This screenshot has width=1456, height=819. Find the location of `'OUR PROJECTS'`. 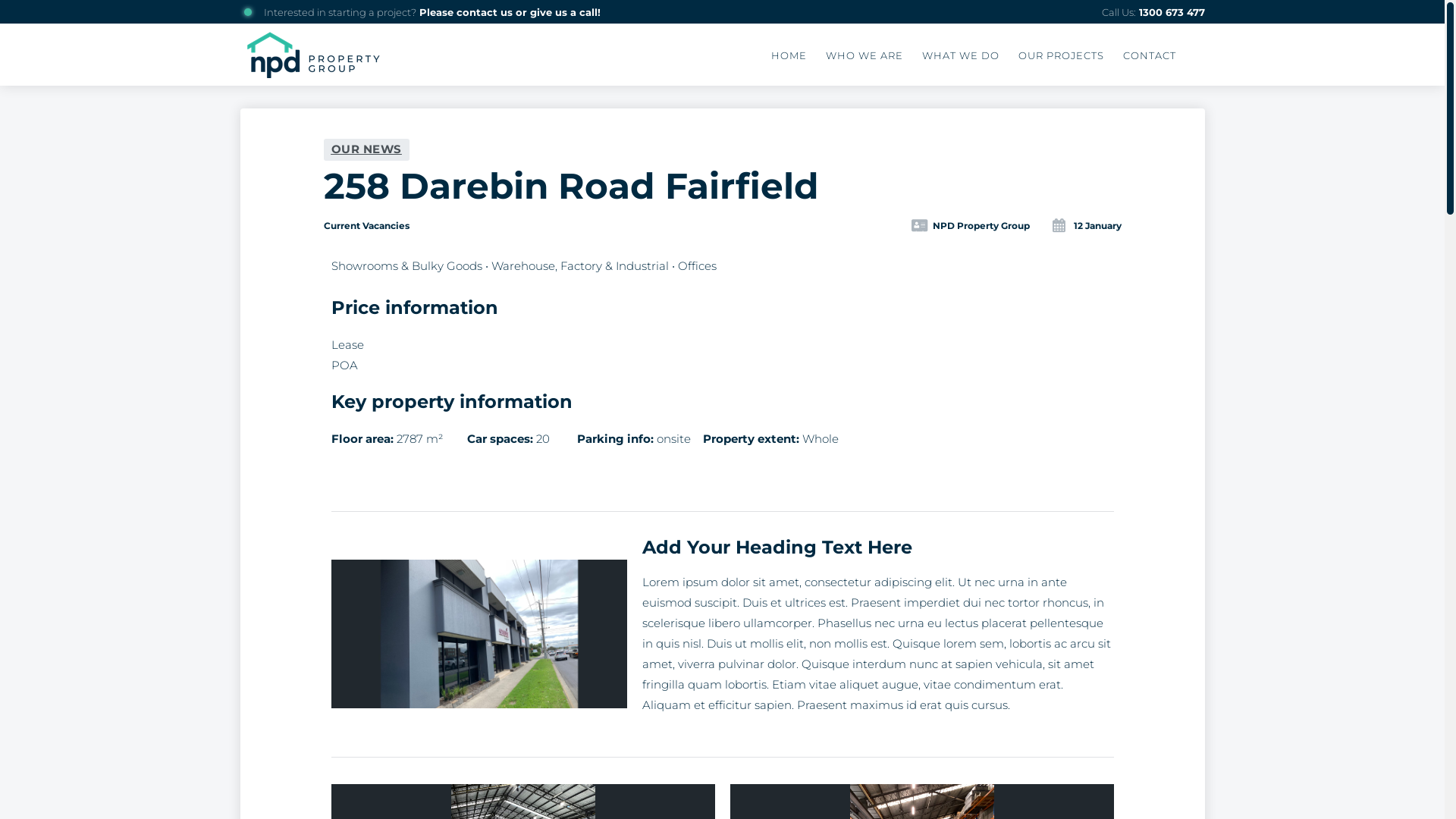

'OUR PROJECTS' is located at coordinates (1060, 55).